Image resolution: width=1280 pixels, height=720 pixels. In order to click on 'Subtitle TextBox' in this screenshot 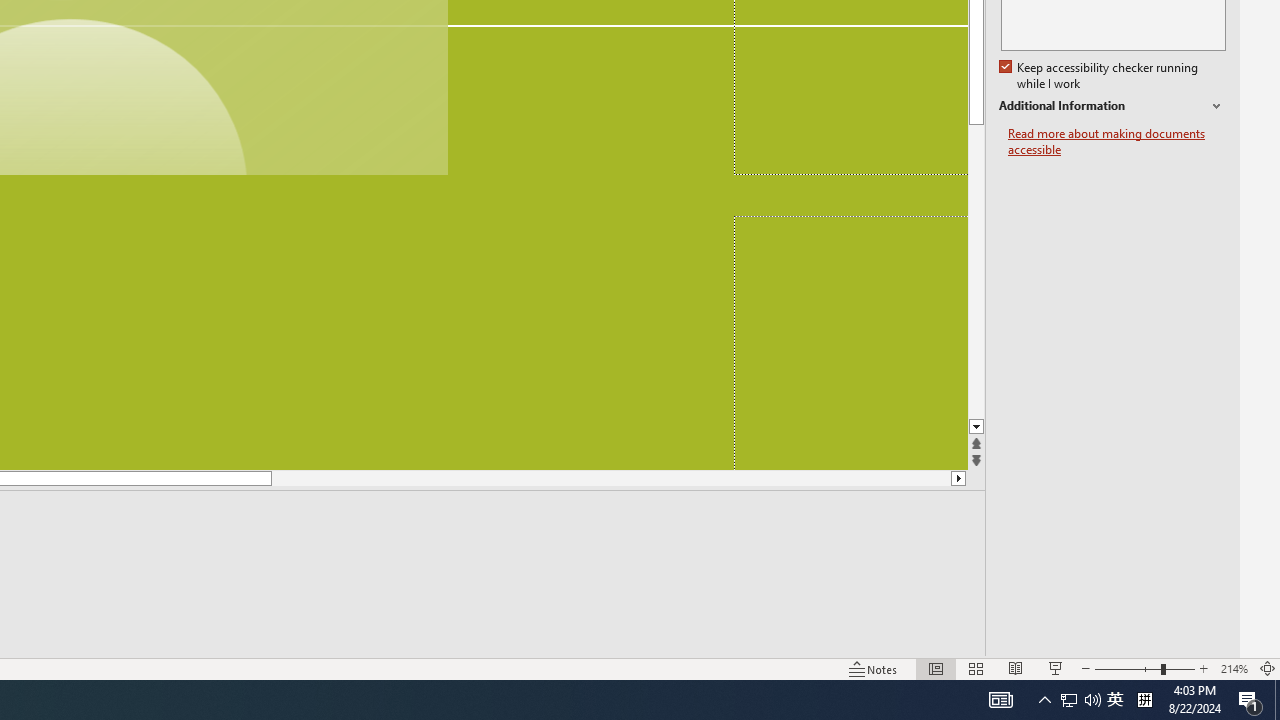, I will do `click(850, 342)`.